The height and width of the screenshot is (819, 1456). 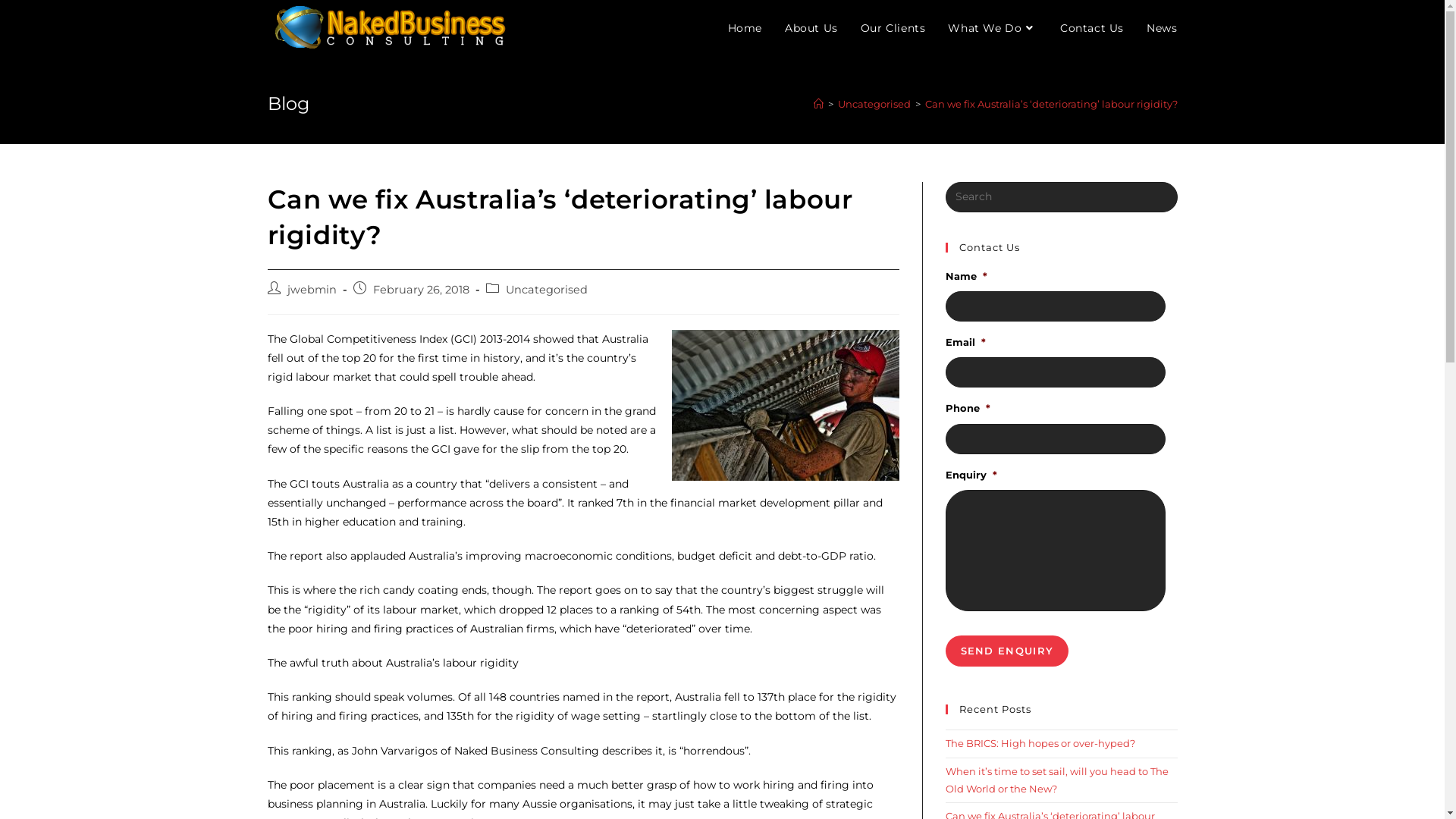 I want to click on 'Contact Us', so click(x=1092, y=28).